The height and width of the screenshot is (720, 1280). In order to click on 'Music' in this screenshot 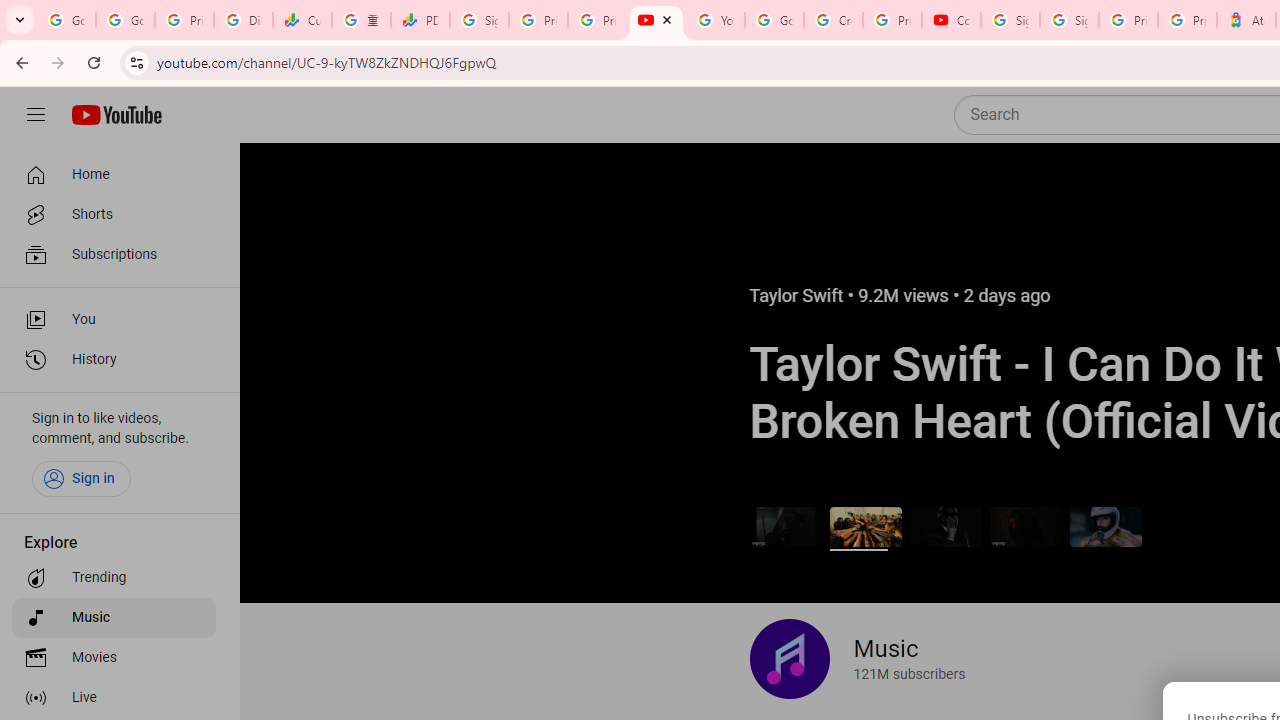, I will do `click(112, 617)`.